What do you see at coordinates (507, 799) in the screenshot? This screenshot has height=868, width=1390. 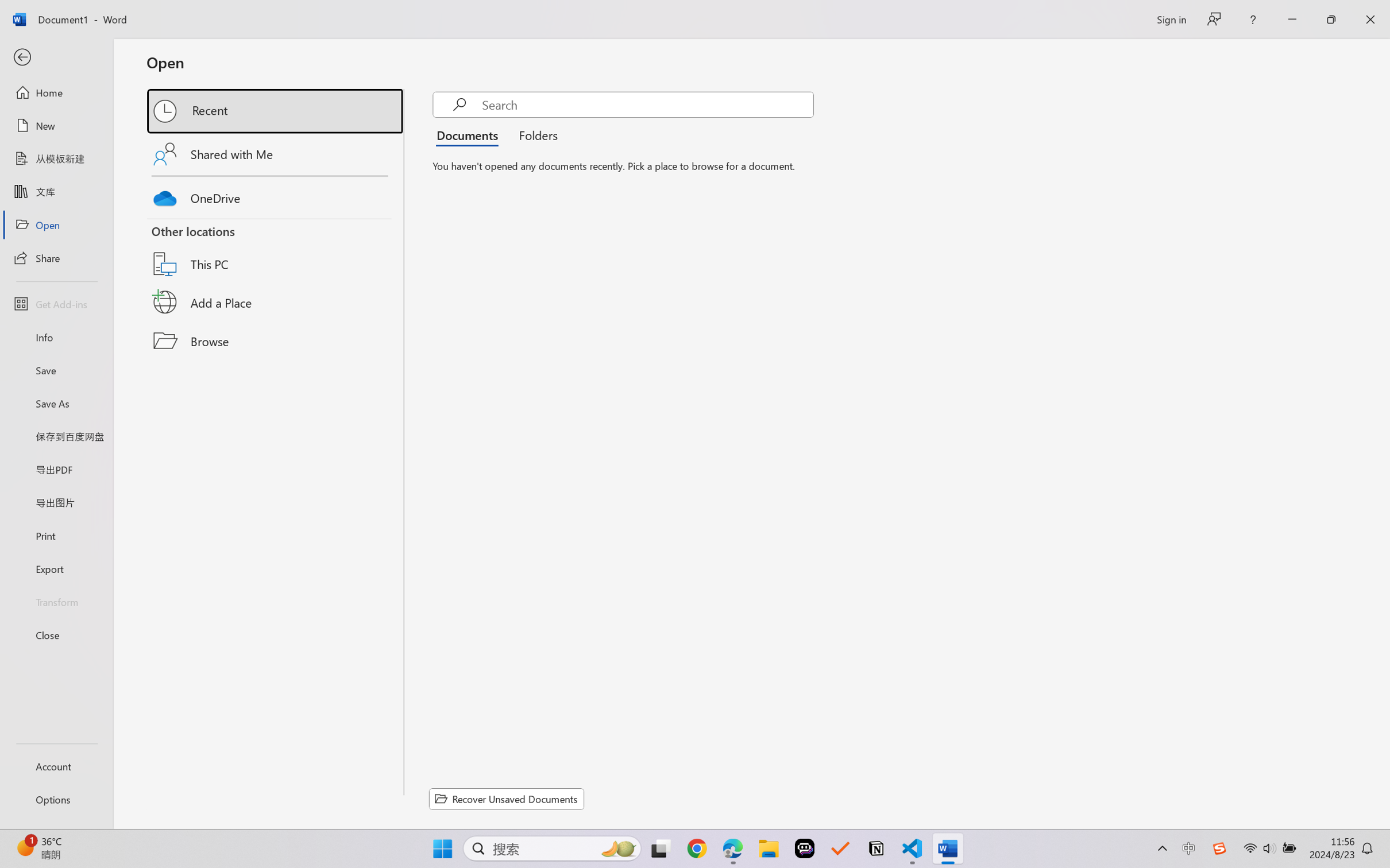 I see `'Recover Unsaved Documents'` at bounding box center [507, 799].